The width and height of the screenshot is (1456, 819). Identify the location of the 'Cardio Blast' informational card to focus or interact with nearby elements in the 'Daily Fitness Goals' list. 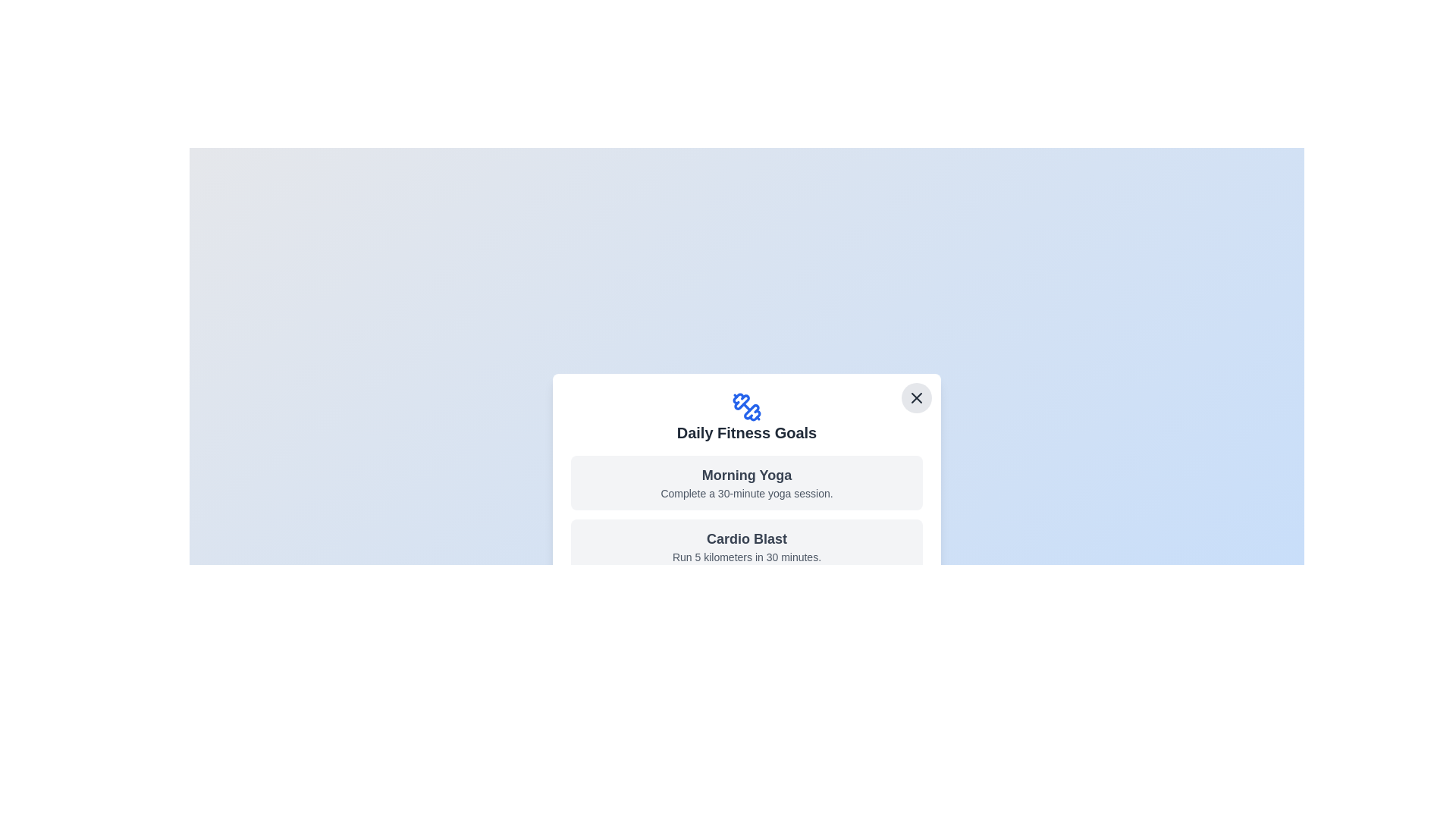
(746, 547).